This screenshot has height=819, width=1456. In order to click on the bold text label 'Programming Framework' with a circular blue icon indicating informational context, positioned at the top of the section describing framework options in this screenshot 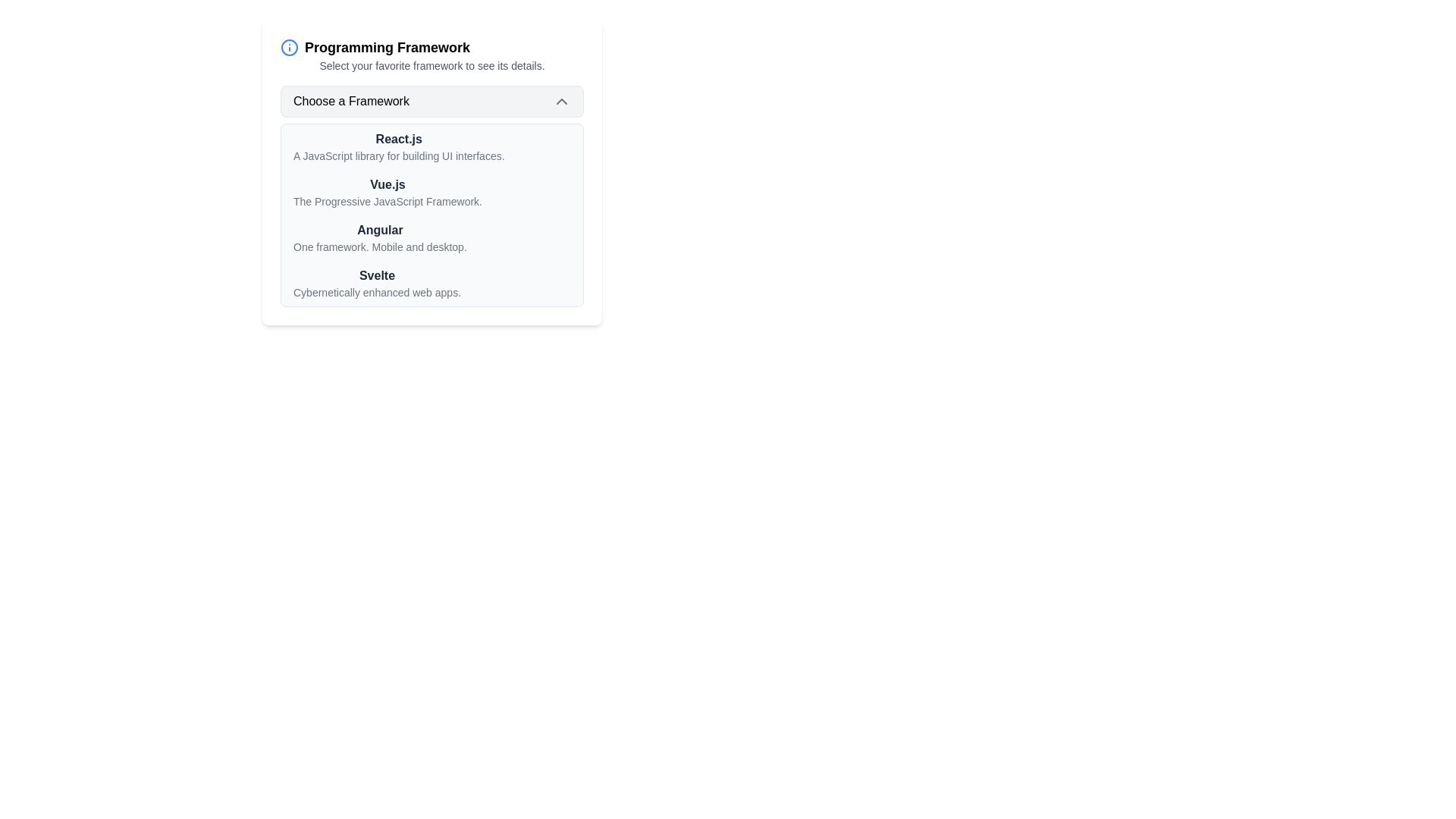, I will do `click(431, 46)`.